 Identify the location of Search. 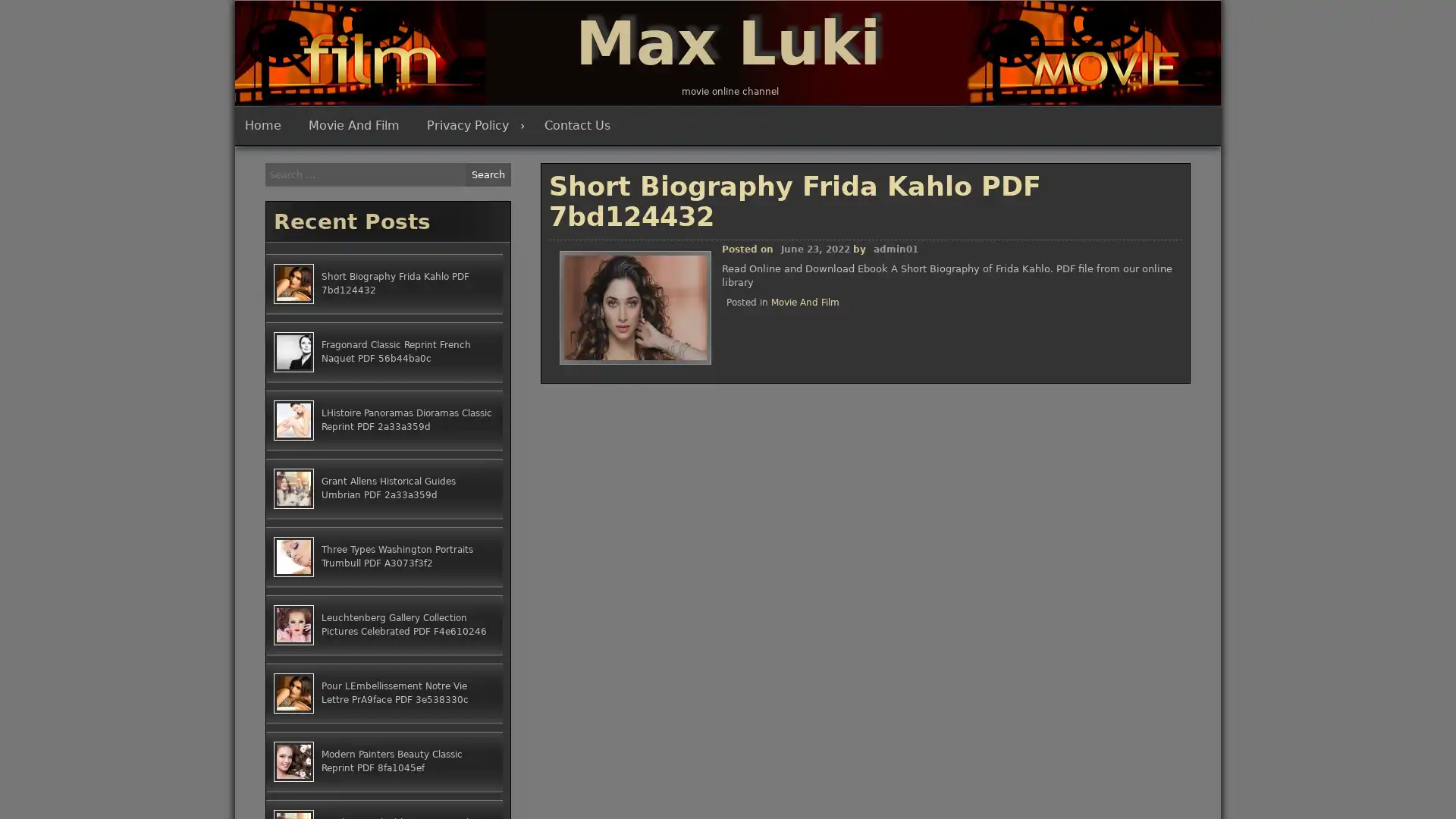
(488, 174).